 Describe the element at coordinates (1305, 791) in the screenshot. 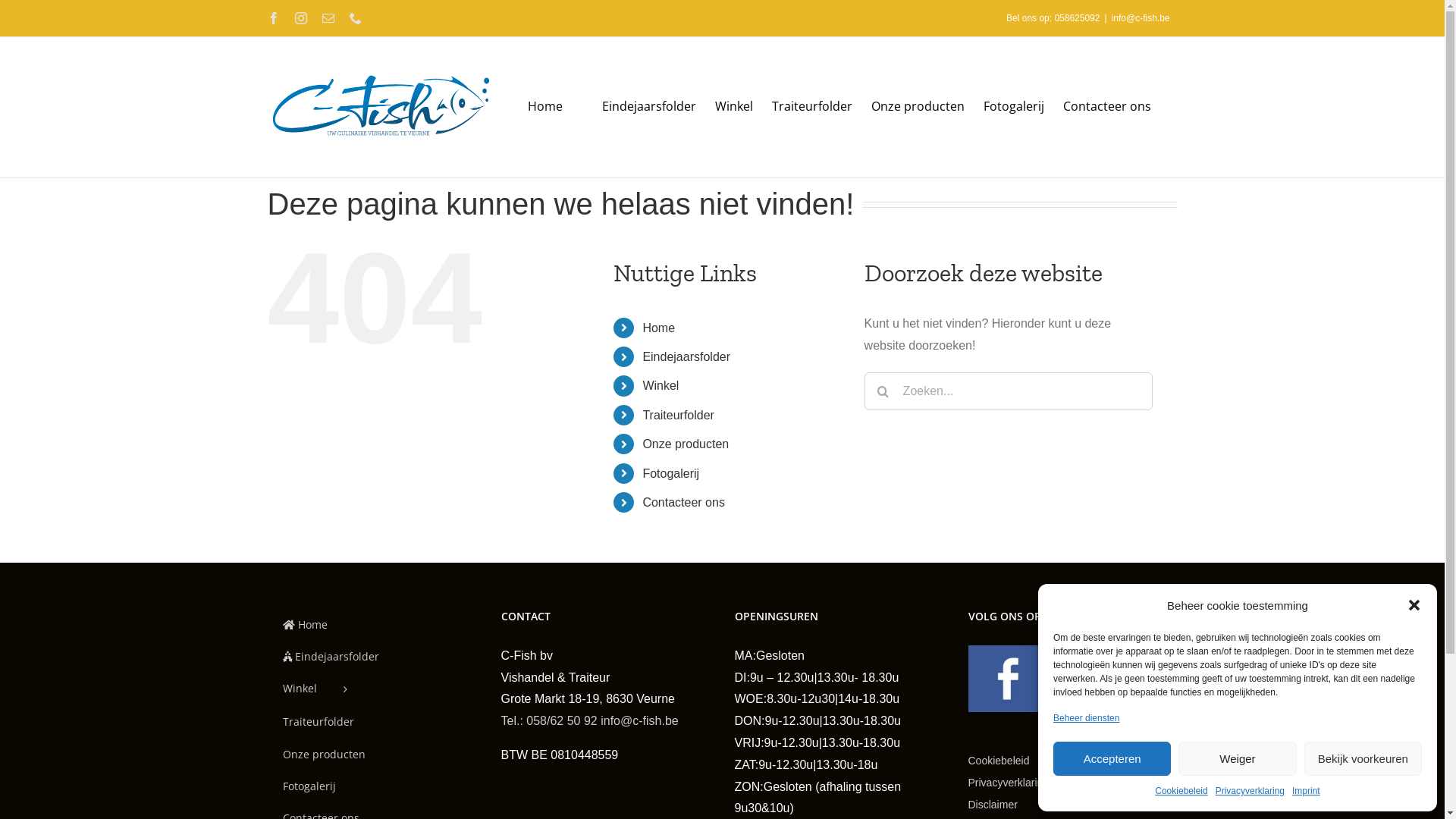

I see `'Imprint'` at that location.